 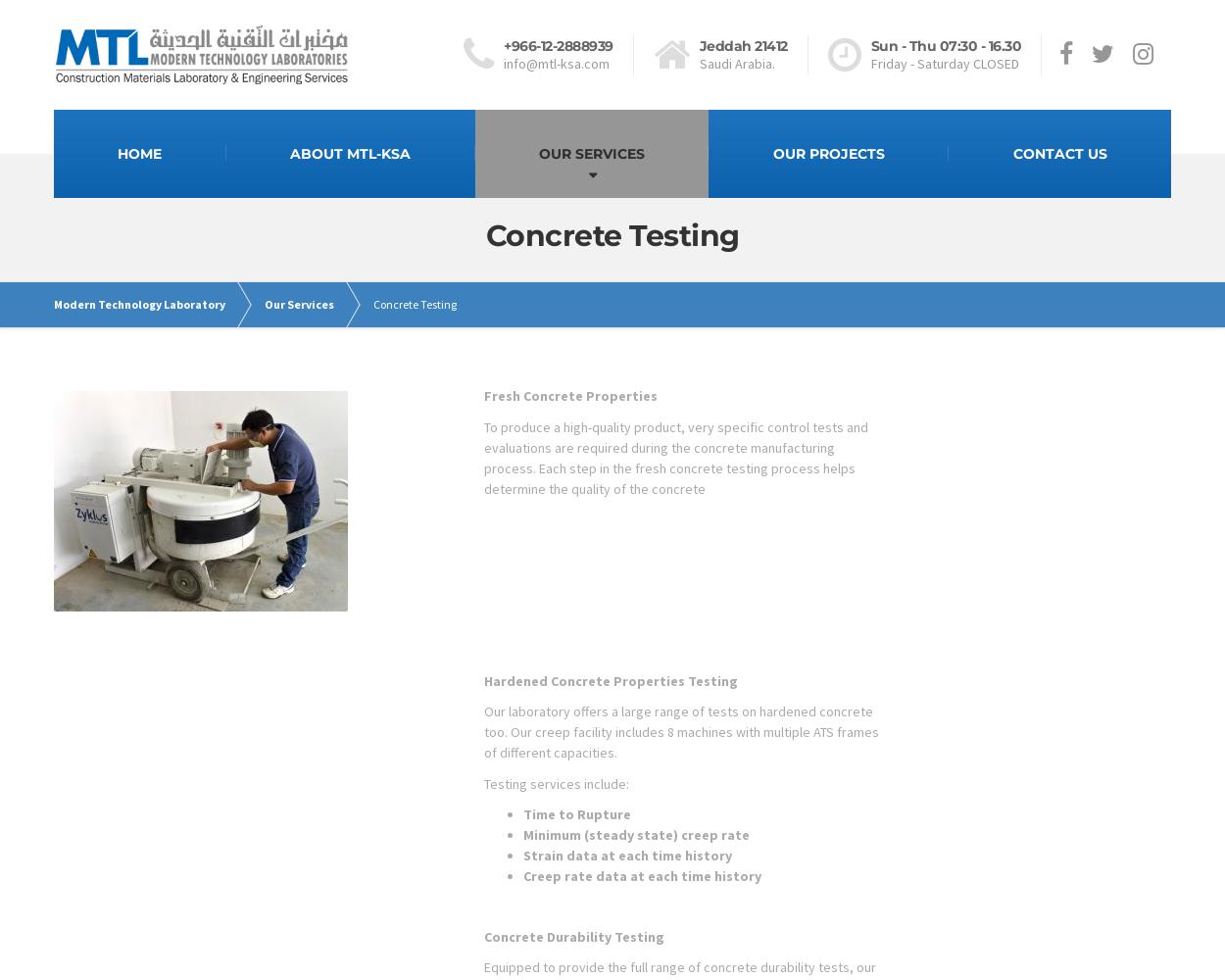 I want to click on 'Non-Destructive Testing', so click(x=582, y=492).